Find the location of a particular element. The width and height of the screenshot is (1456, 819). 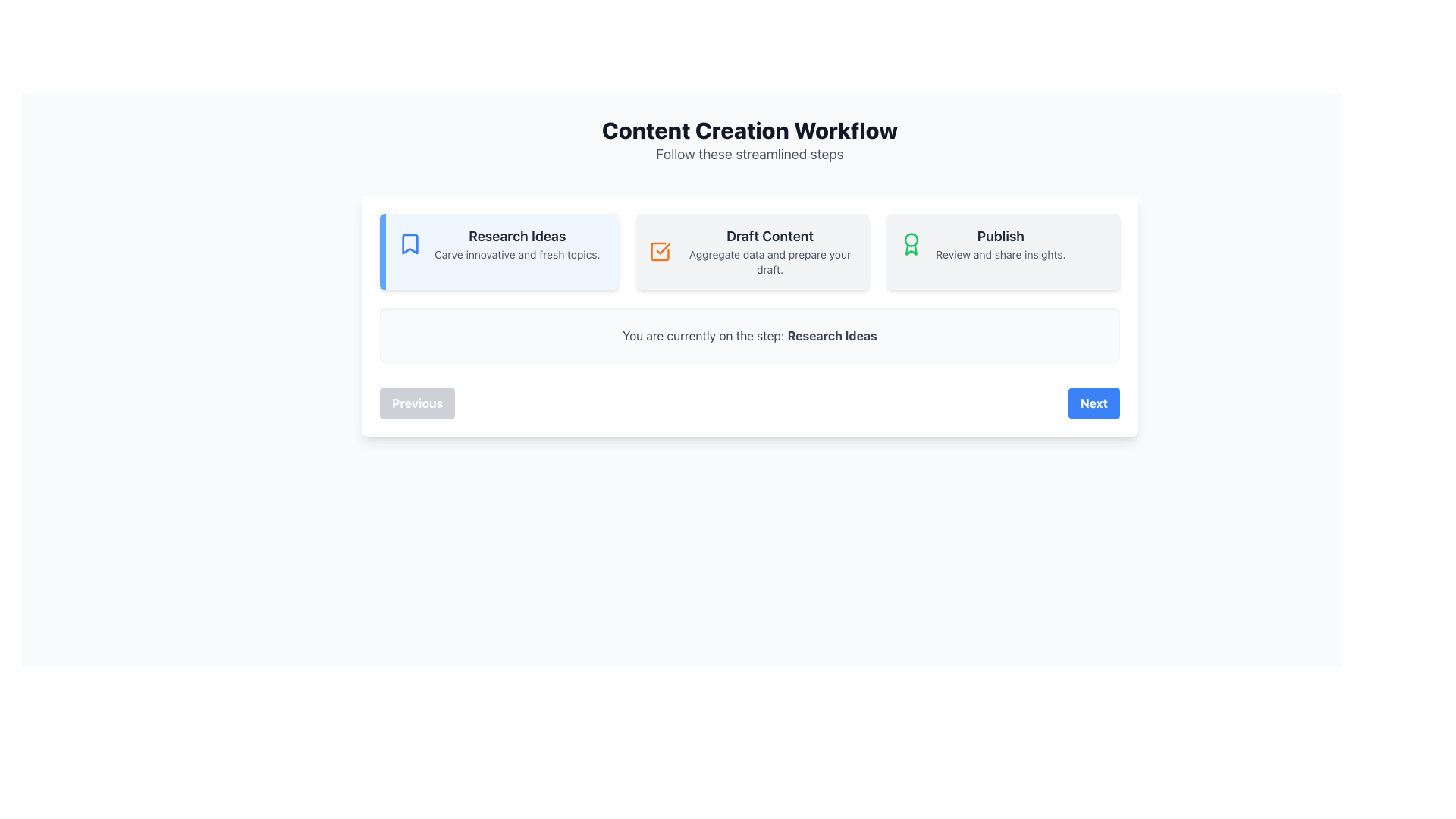

the 'Next' button located at the bottom-right corner of the visible form section is located at coordinates (1094, 403).